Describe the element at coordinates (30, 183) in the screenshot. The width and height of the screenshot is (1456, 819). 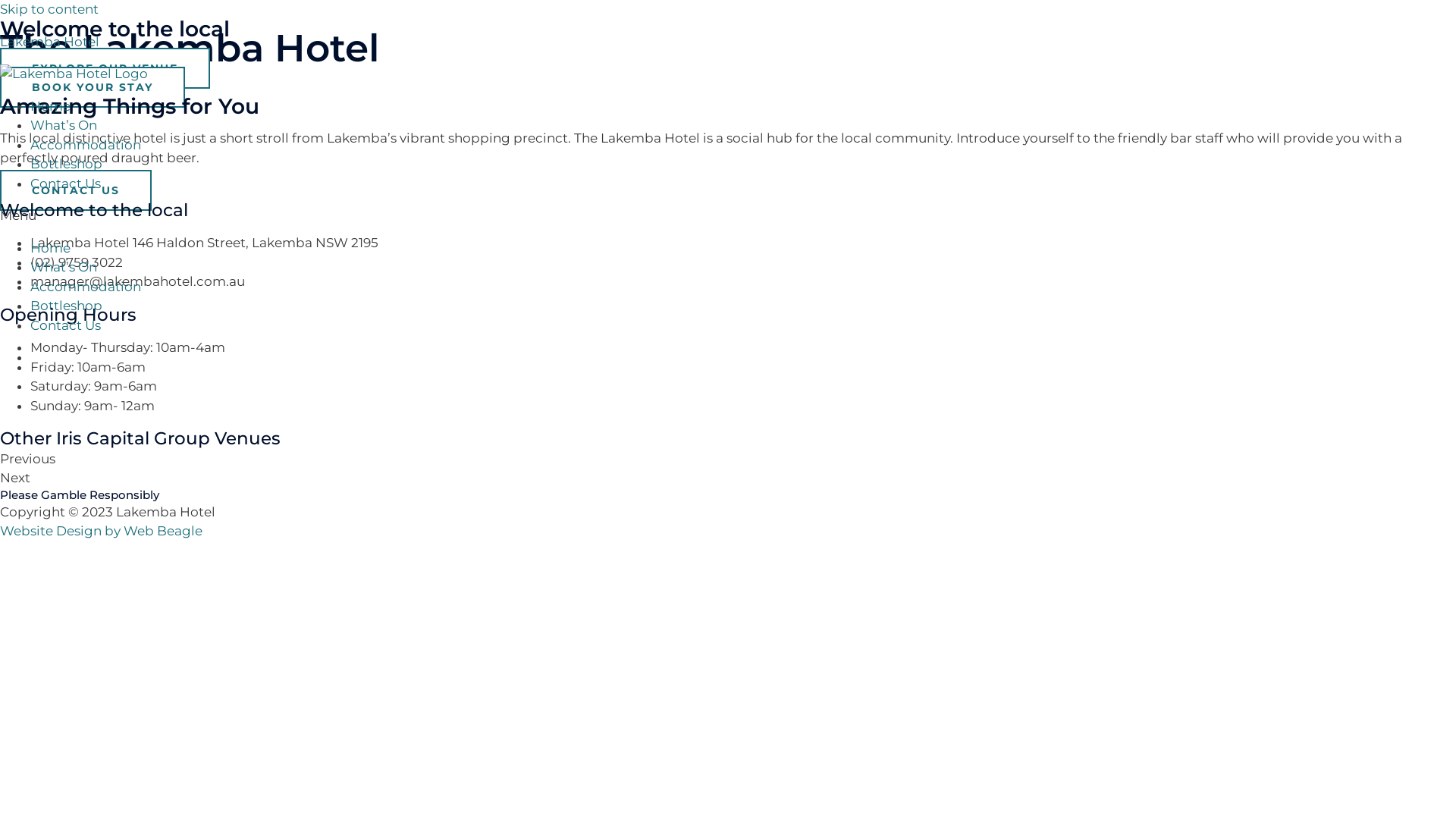
I see `'Contact Us'` at that location.